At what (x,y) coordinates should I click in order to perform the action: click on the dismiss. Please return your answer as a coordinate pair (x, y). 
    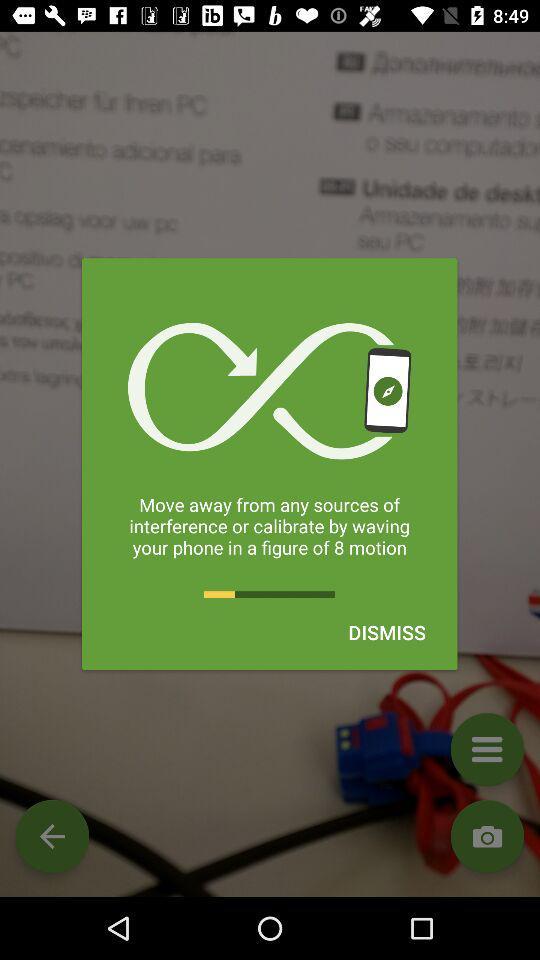
    Looking at the image, I should click on (387, 631).